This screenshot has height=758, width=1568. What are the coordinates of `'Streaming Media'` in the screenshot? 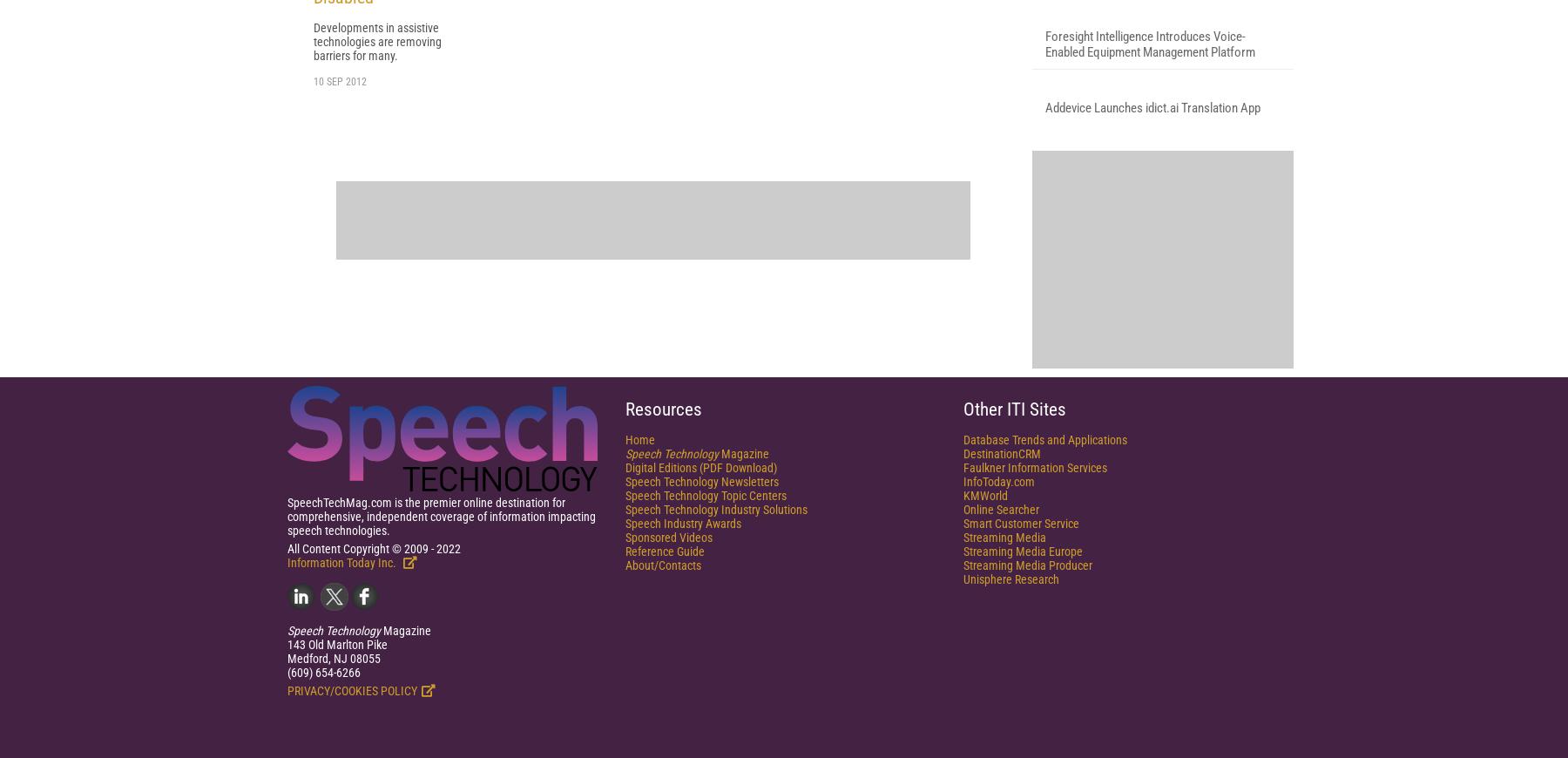 It's located at (963, 747).